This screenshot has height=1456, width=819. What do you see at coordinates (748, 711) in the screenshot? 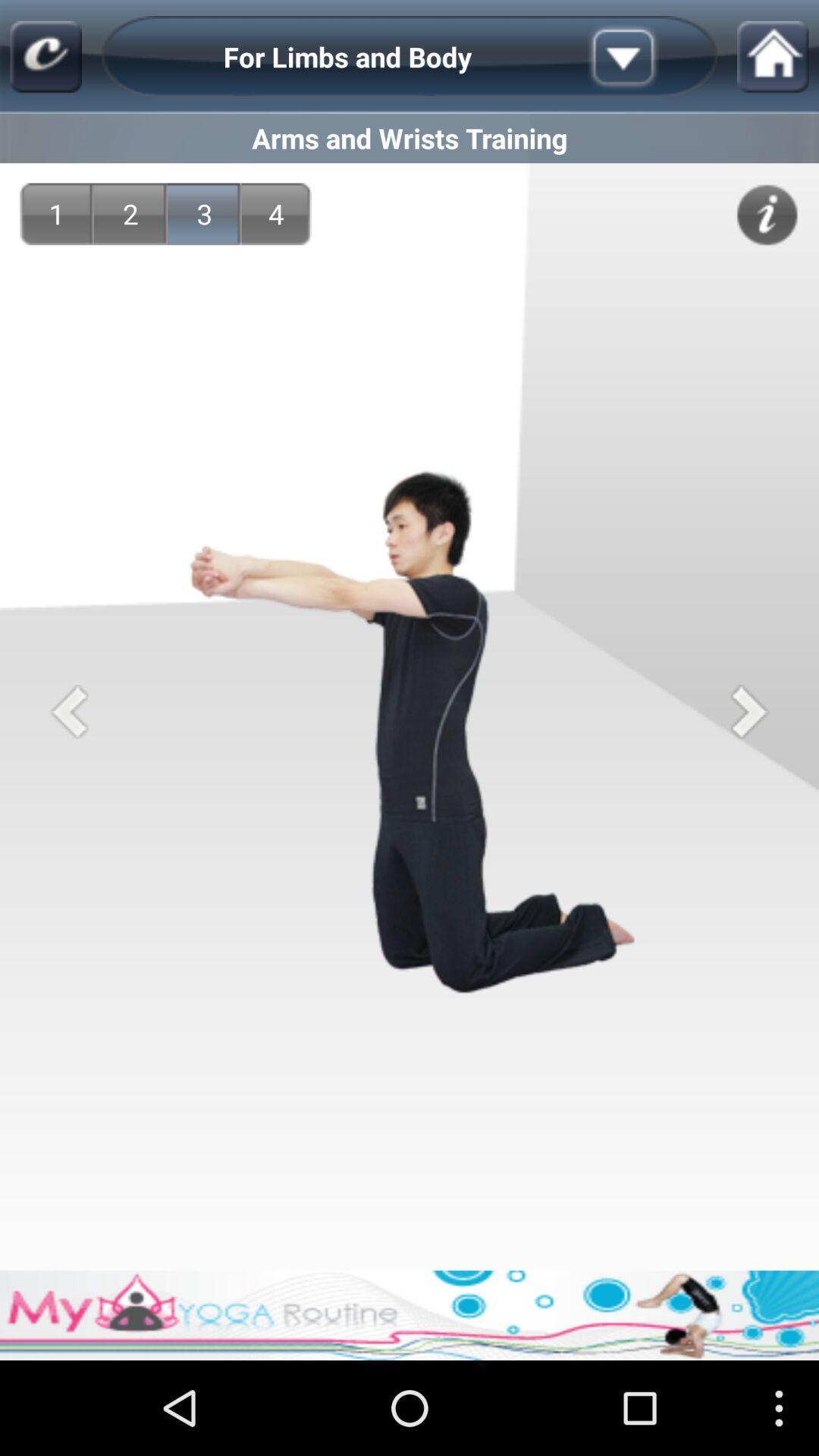
I see `next` at bounding box center [748, 711].